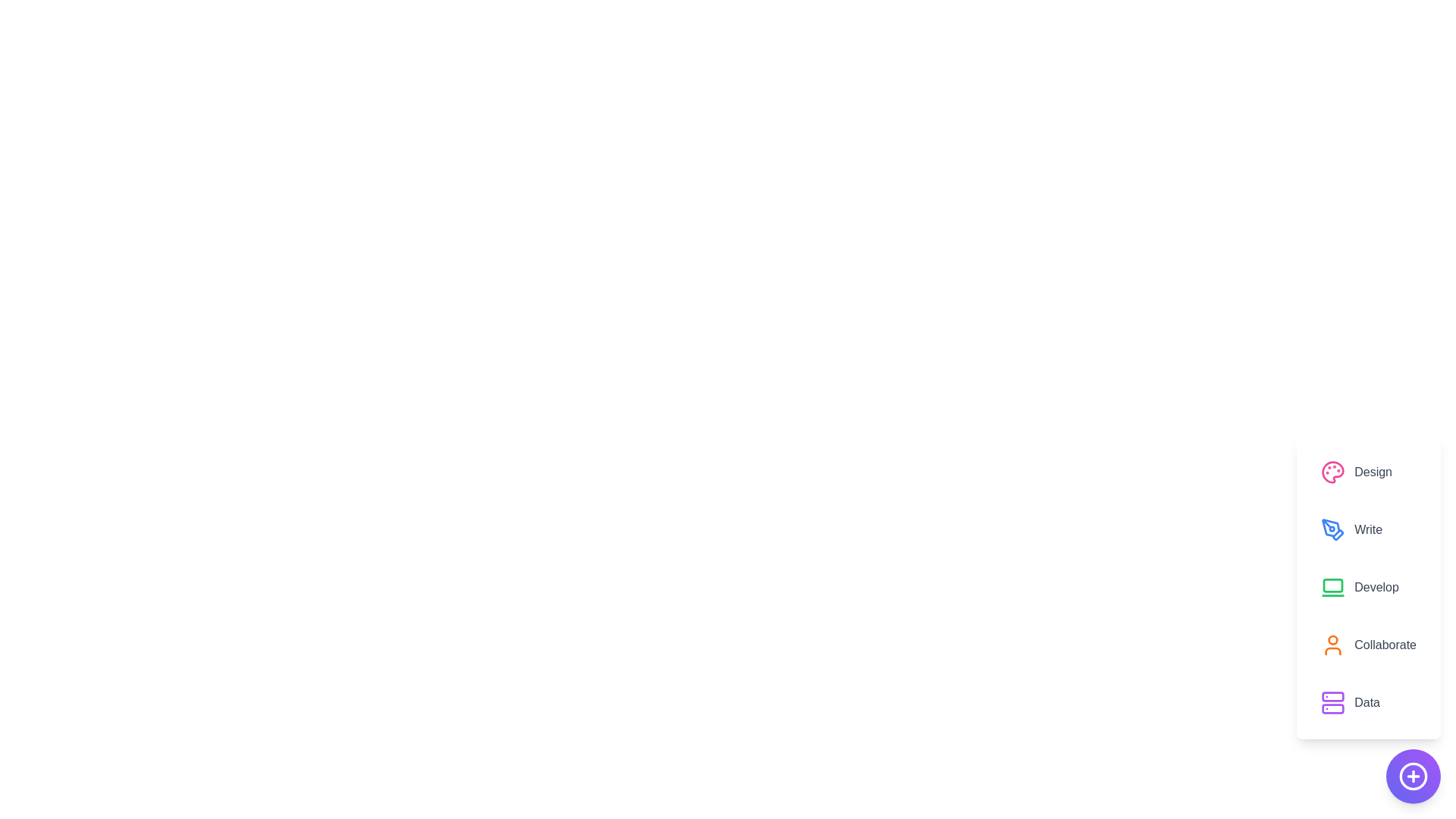  I want to click on the icon corresponding to Develop to view additional details, so click(1332, 587).